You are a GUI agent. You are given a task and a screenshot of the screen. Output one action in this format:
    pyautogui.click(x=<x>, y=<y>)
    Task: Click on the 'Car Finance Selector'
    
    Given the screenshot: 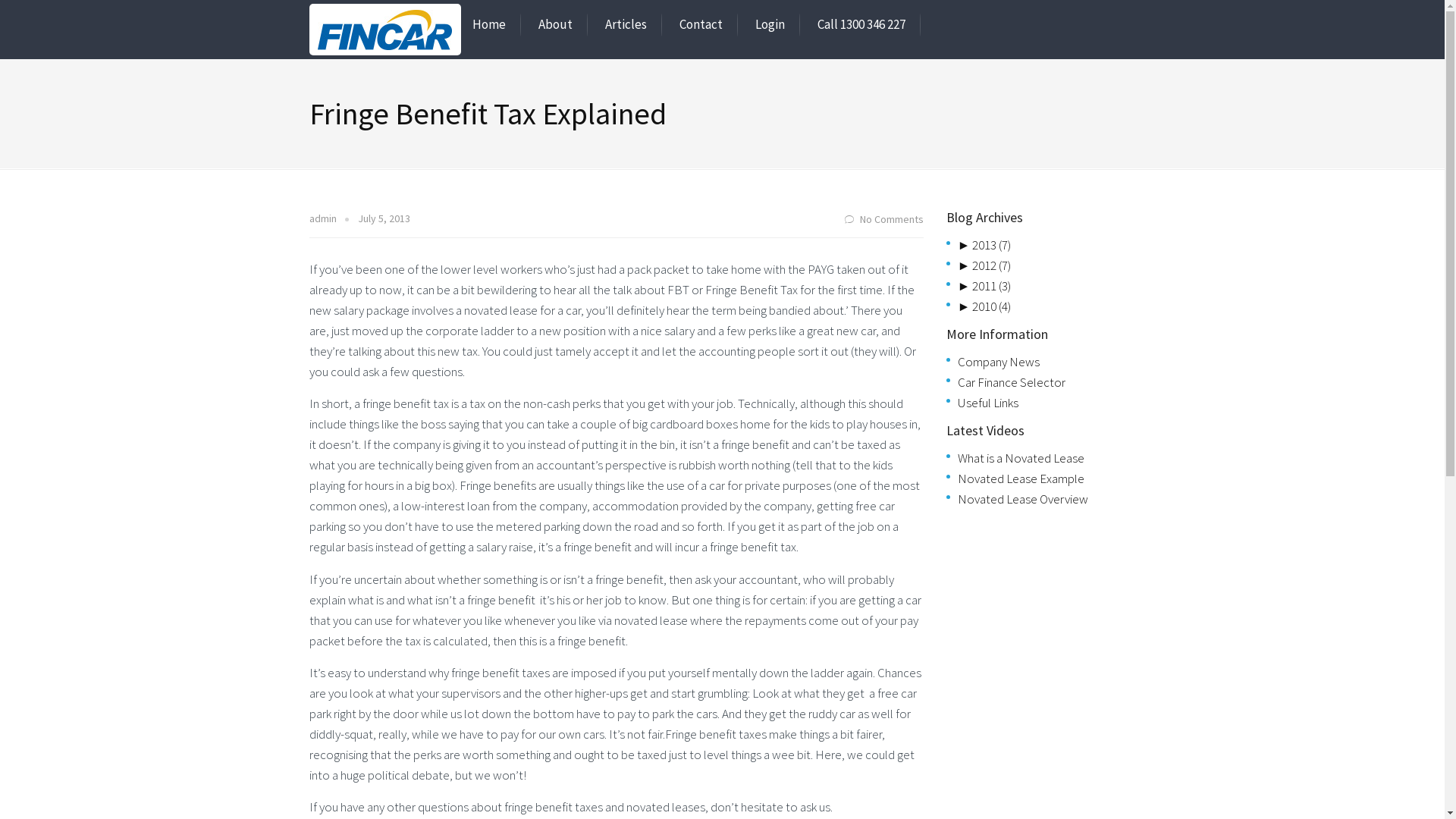 What is the action you would take?
    pyautogui.click(x=1011, y=381)
    